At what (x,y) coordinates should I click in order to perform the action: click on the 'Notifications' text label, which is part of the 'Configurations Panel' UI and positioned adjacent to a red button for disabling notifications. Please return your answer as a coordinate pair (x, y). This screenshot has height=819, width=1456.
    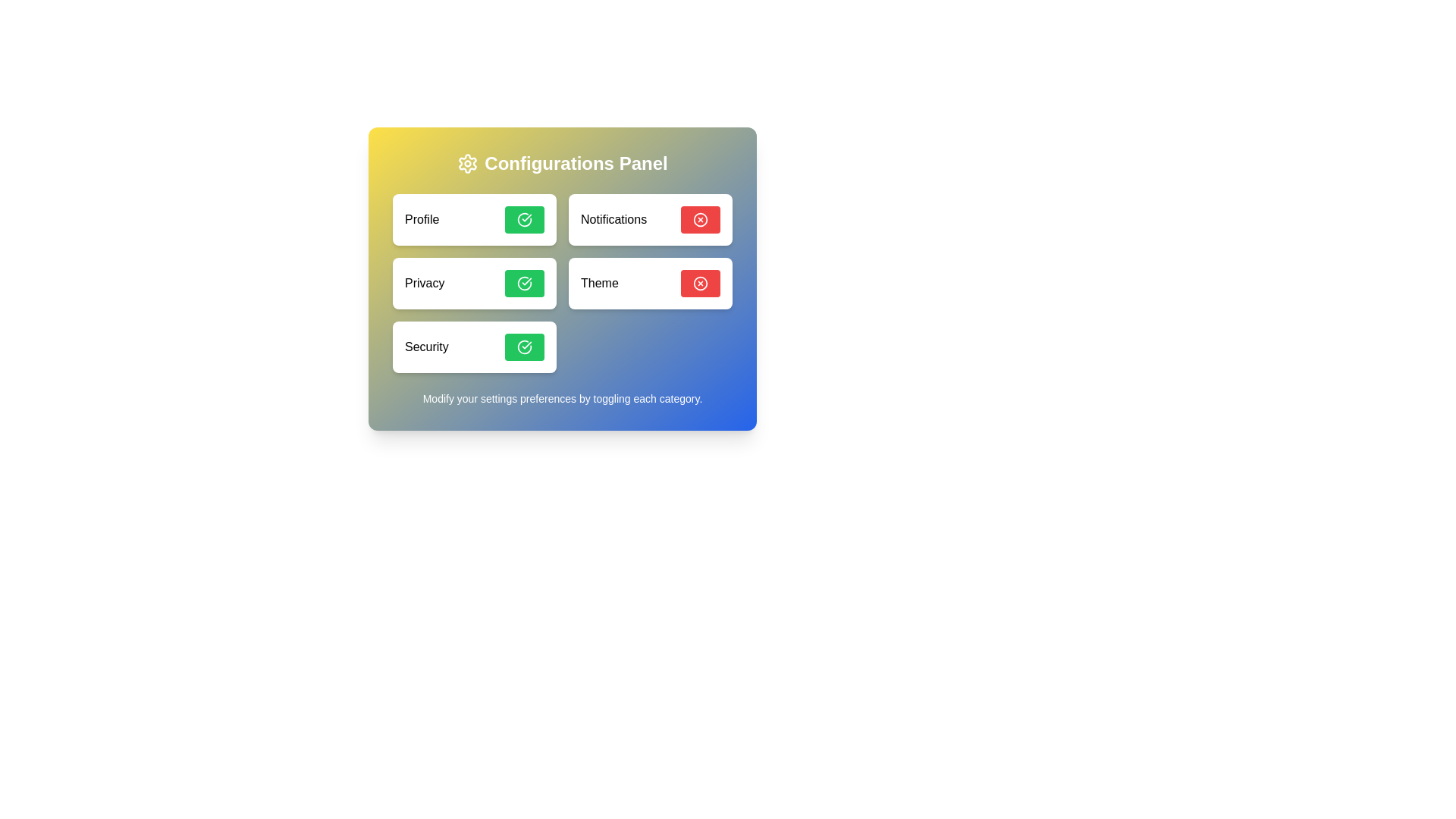
    Looking at the image, I should click on (613, 219).